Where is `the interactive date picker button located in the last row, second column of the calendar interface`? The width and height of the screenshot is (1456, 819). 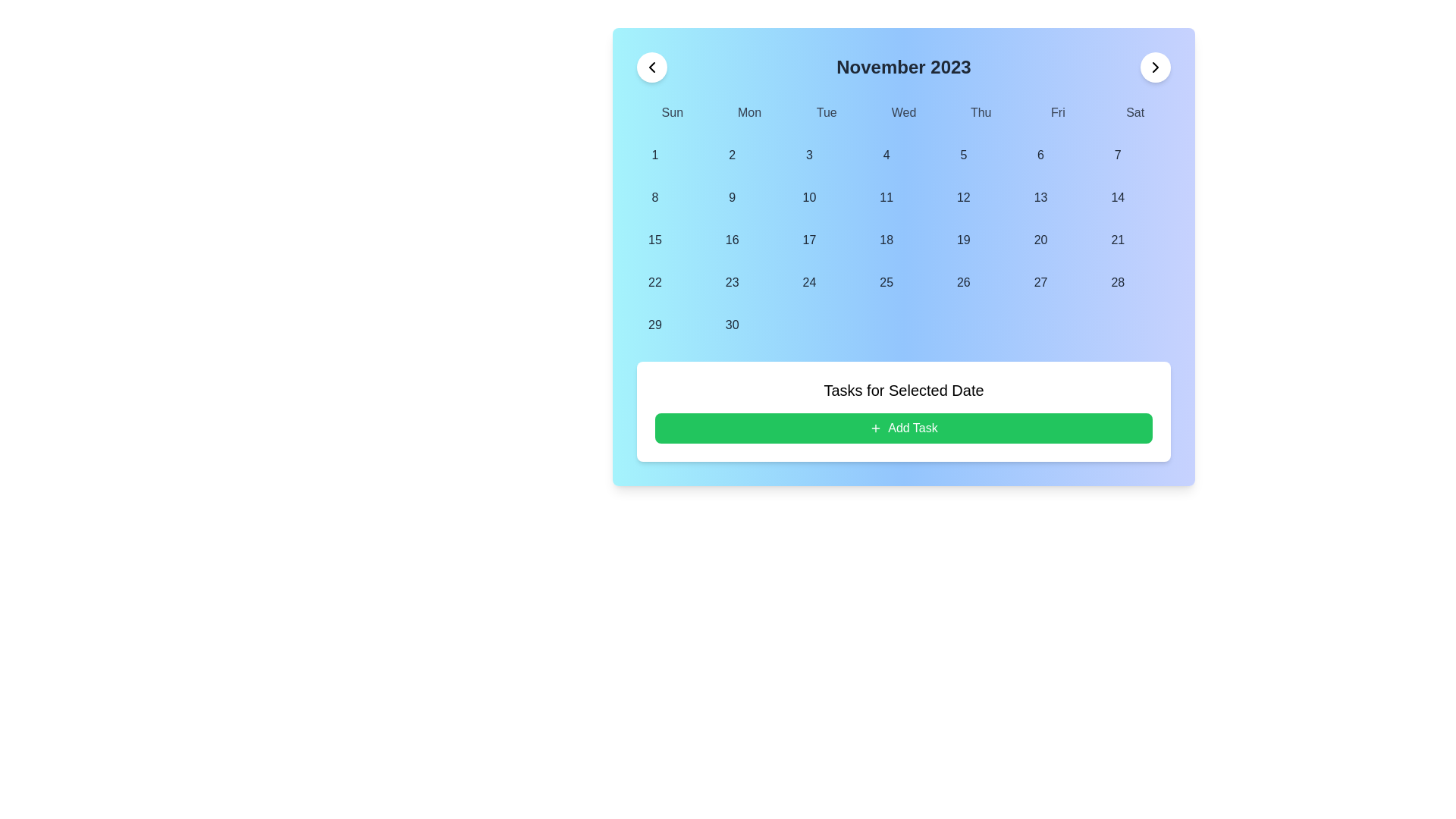 the interactive date picker button located in the last row, second column of the calendar interface is located at coordinates (732, 324).